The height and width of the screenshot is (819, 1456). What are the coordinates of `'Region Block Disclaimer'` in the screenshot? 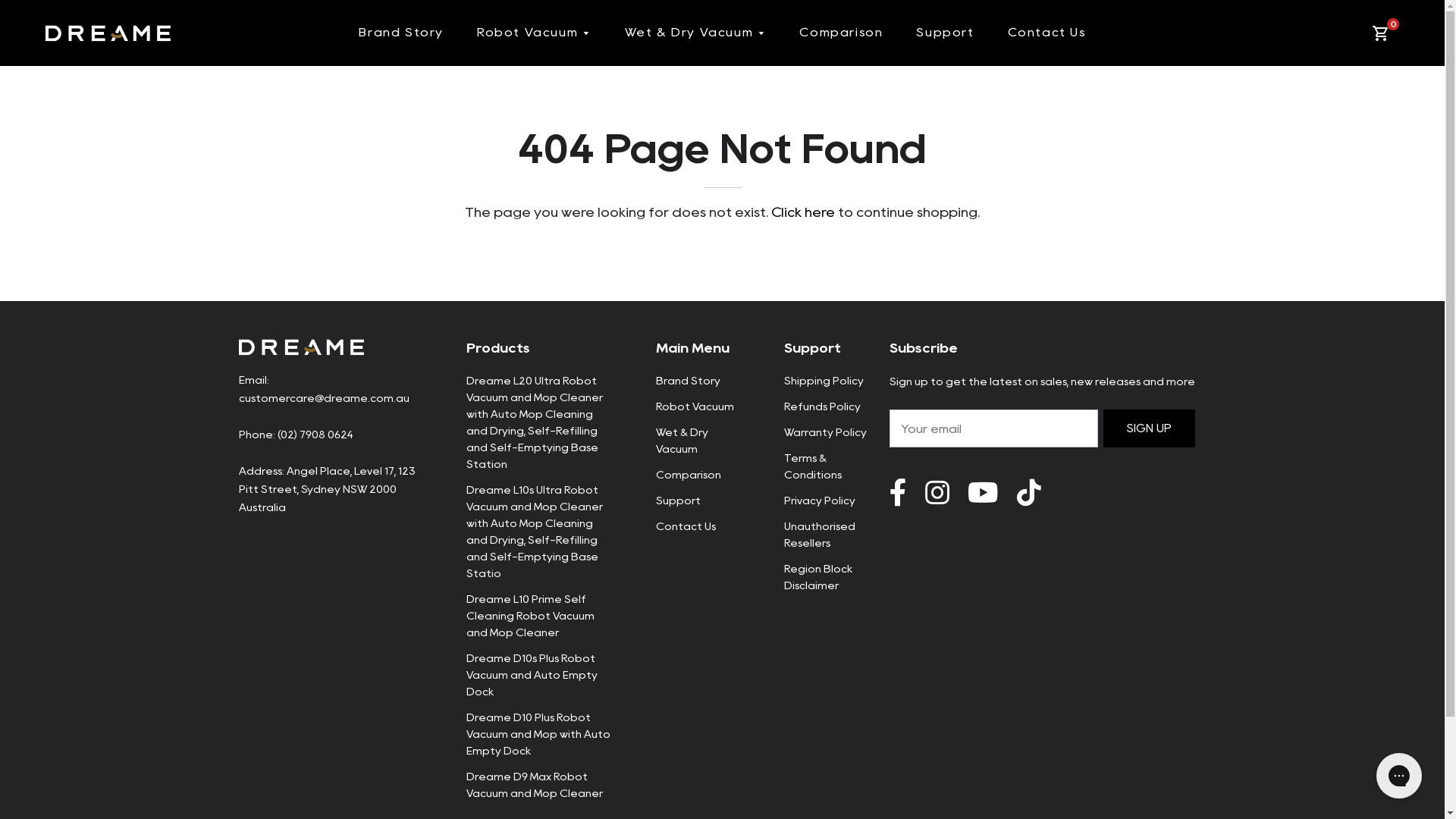 It's located at (817, 576).